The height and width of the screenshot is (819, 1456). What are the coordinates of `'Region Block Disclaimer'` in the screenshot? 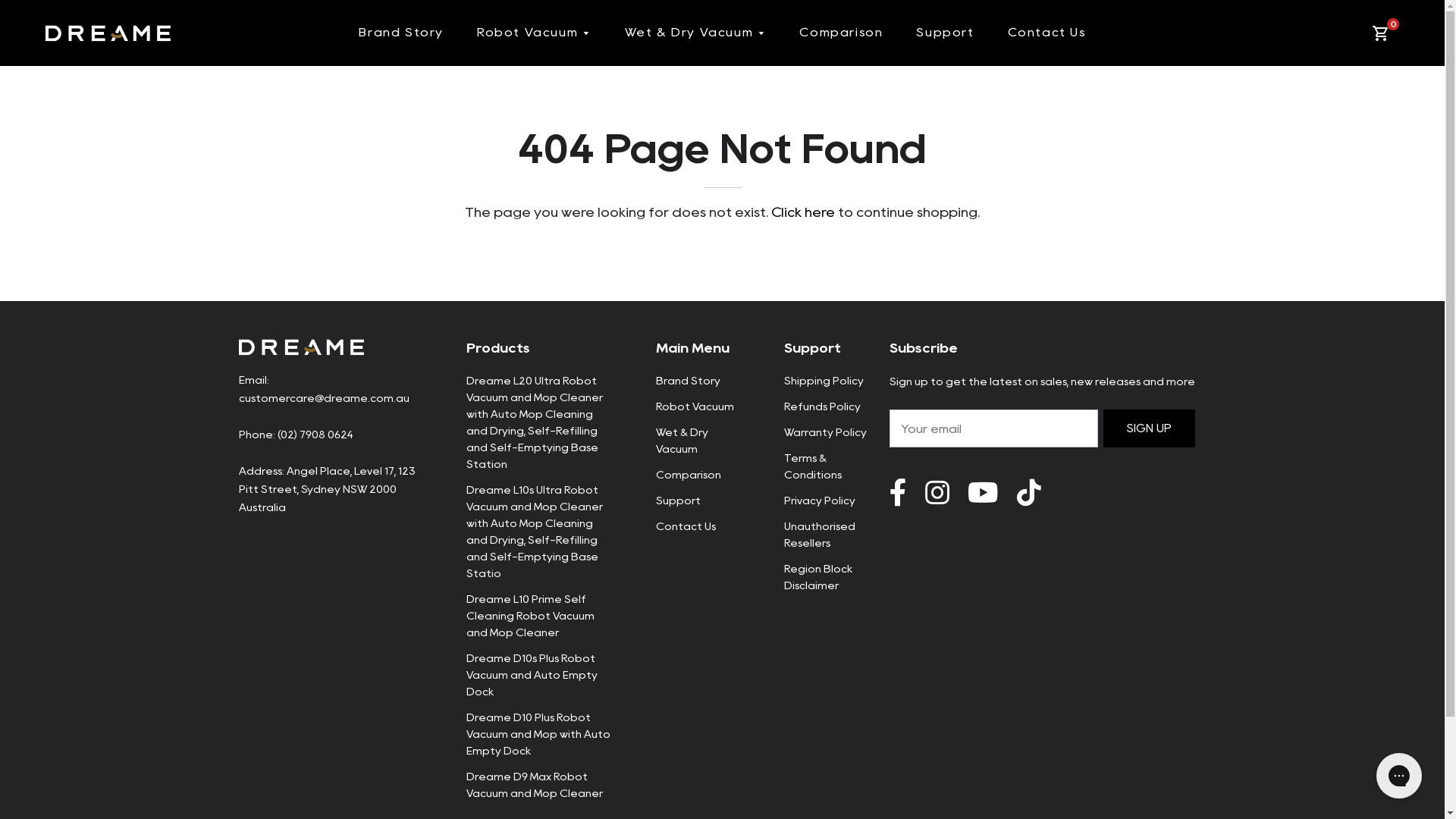 It's located at (817, 576).